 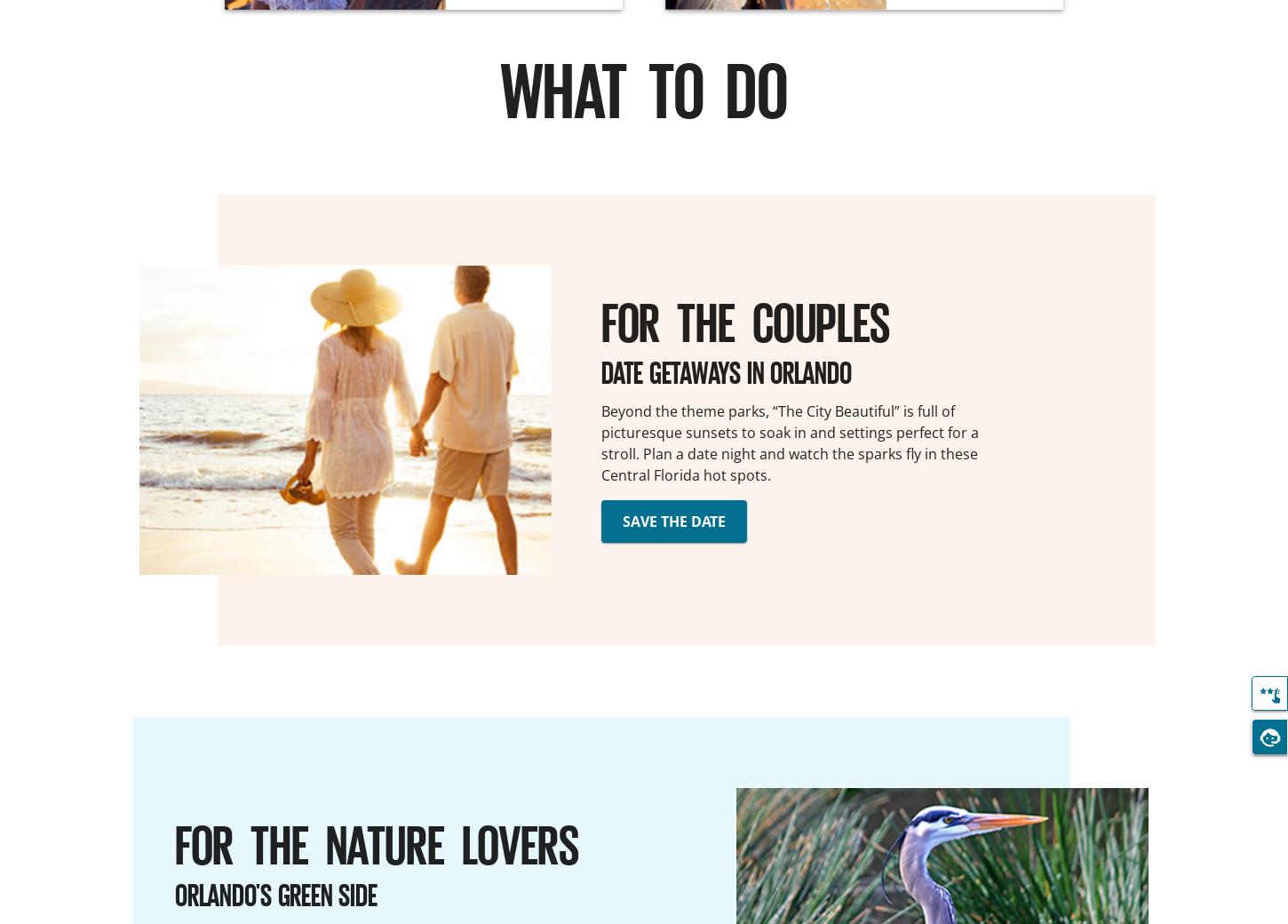 What do you see at coordinates (673, 520) in the screenshot?
I see `'SAVE THE DATE'` at bounding box center [673, 520].